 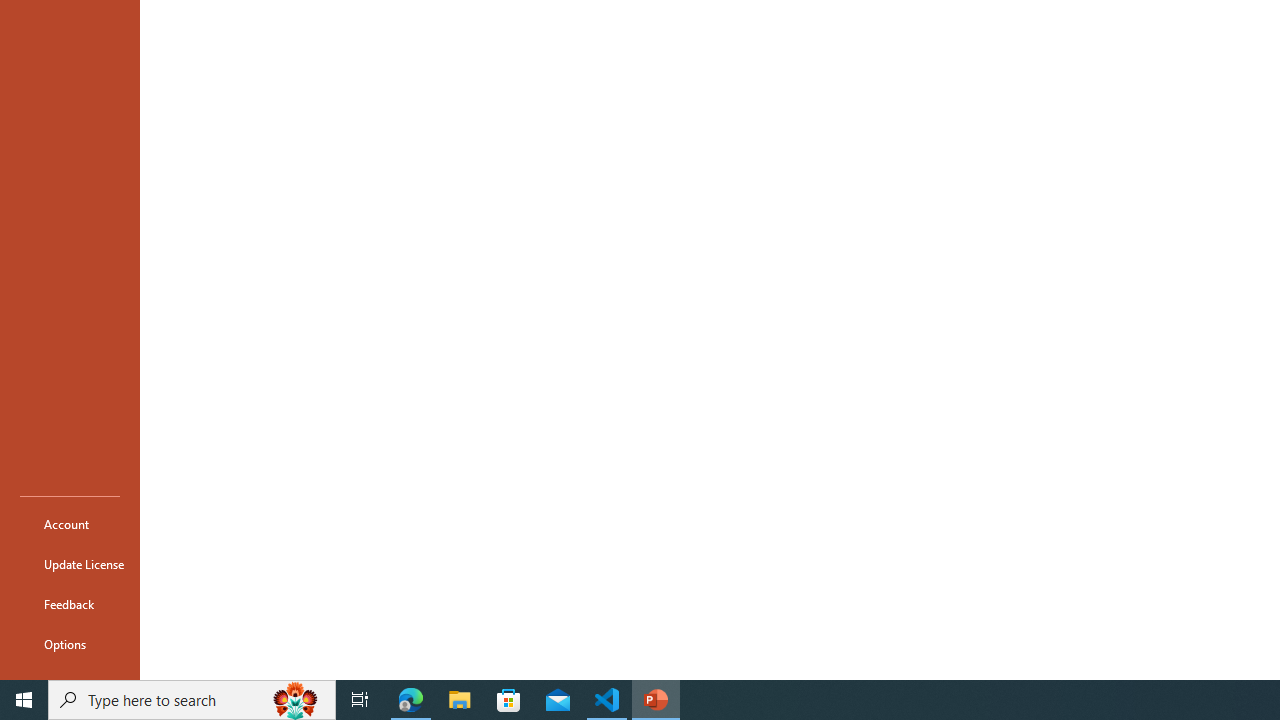 I want to click on 'Options', so click(x=69, y=644).